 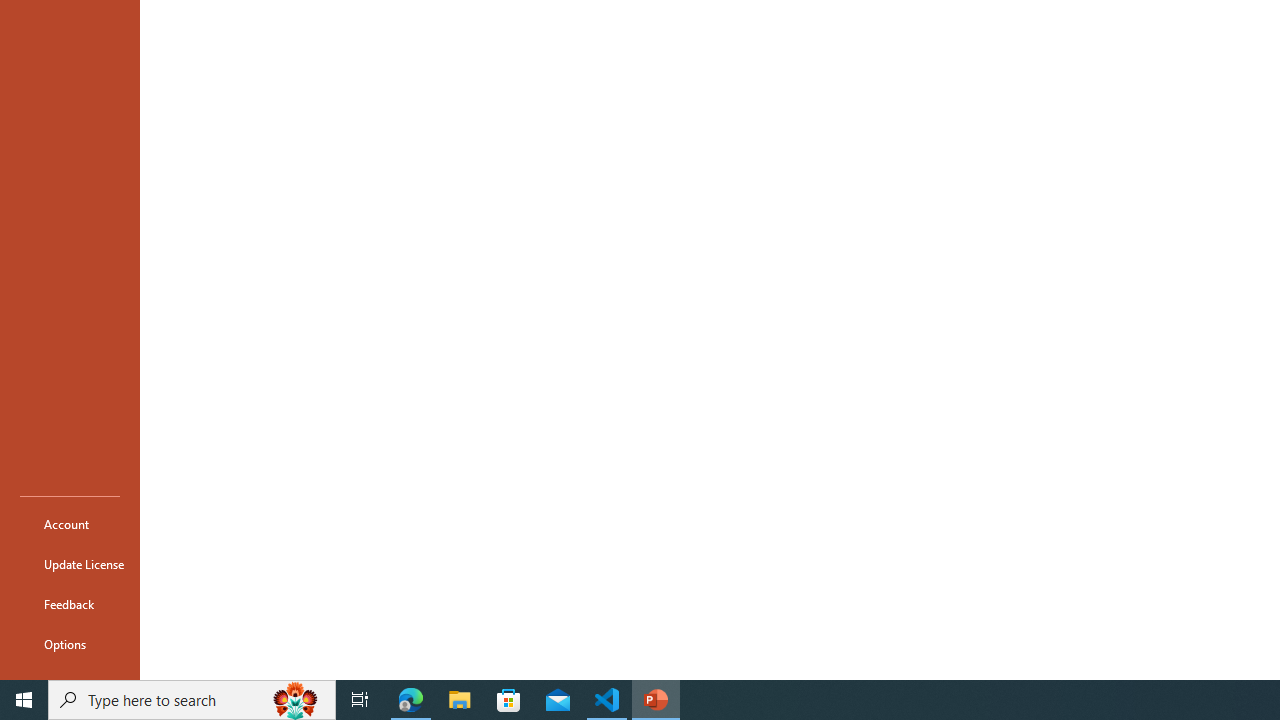 I want to click on 'Options', so click(x=69, y=644).